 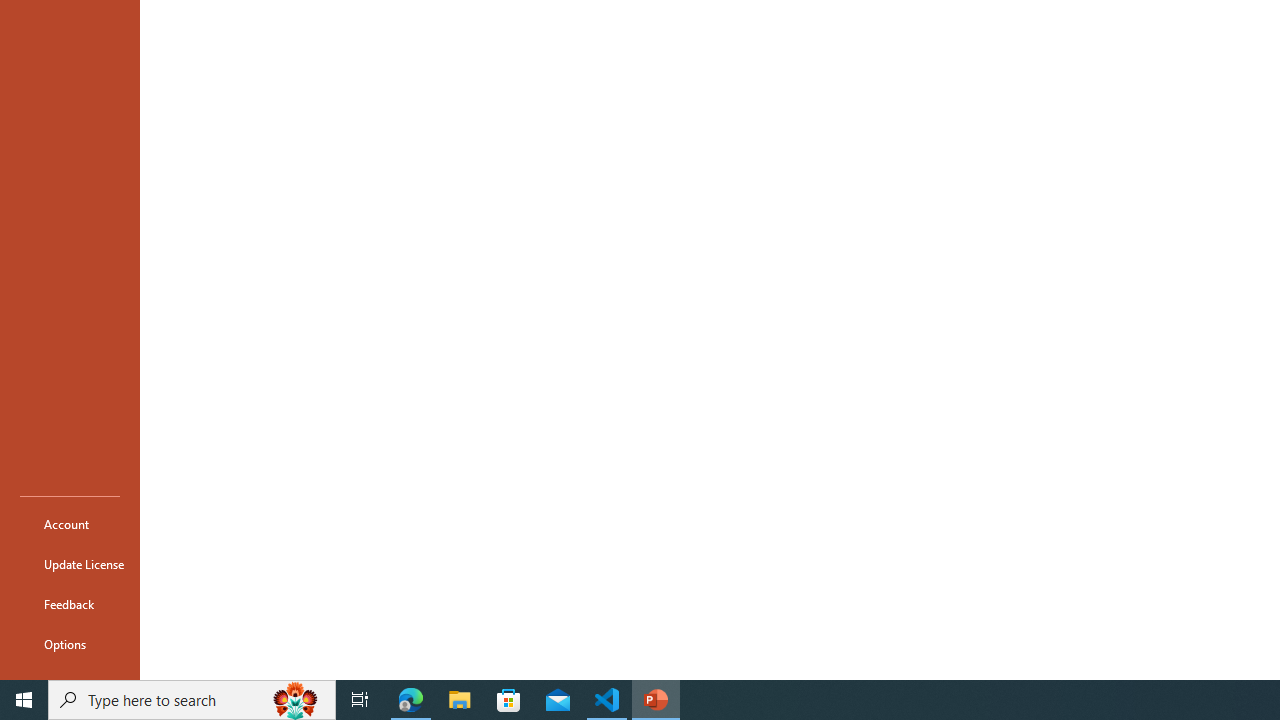 I want to click on 'Options', so click(x=69, y=644).